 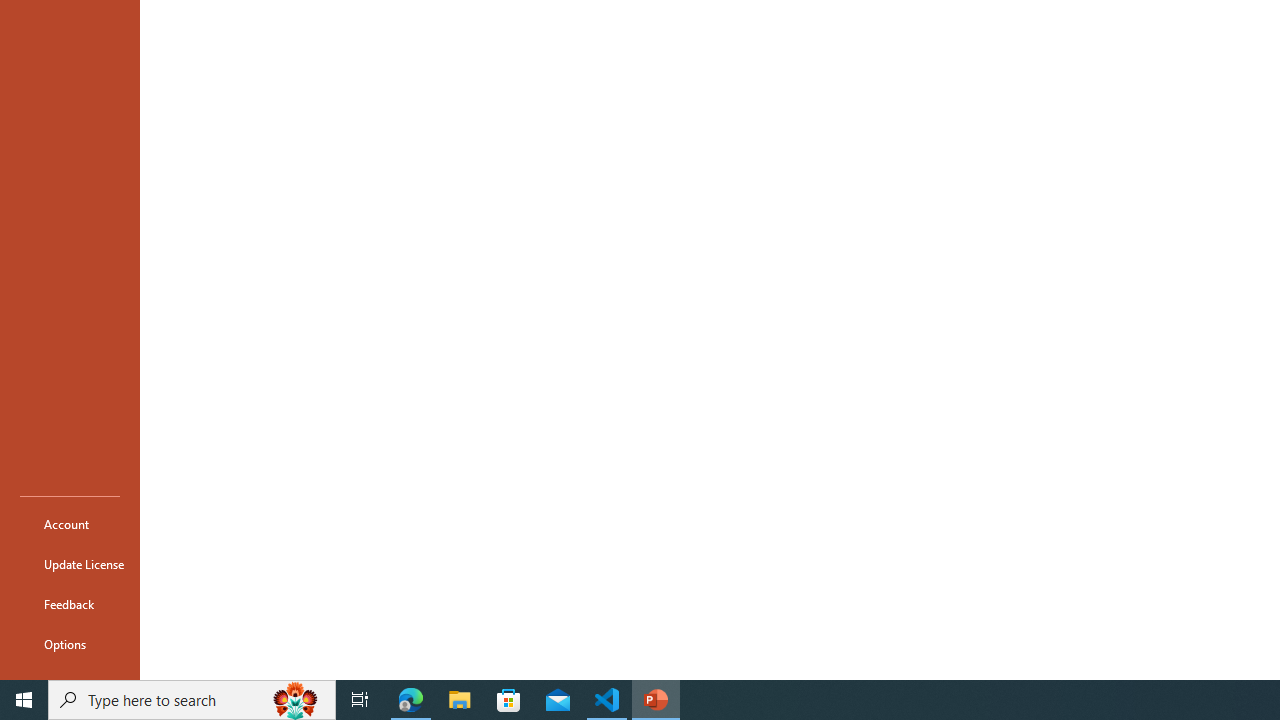 I want to click on 'Options', so click(x=69, y=644).